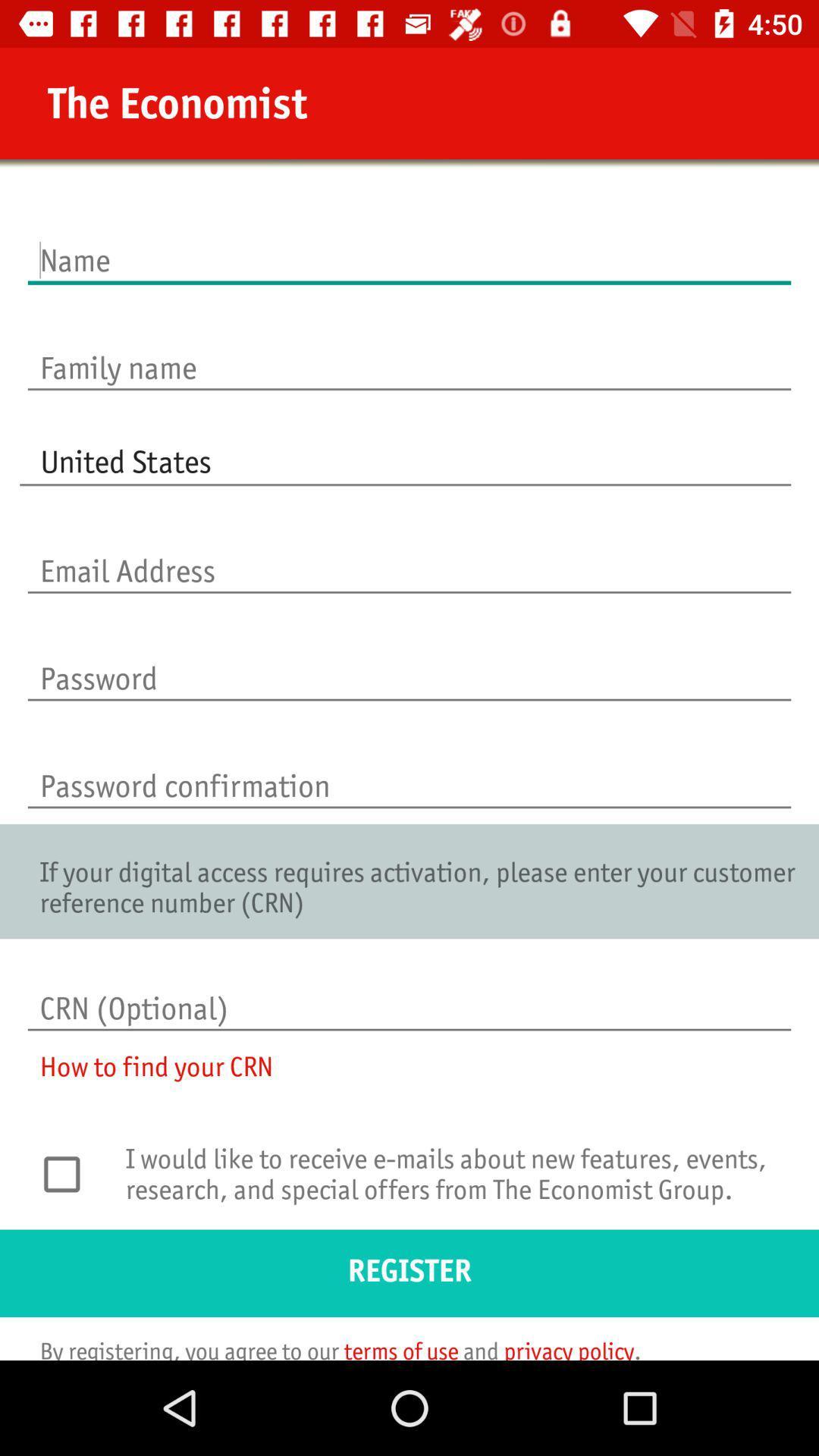 The image size is (819, 1456). What do you see at coordinates (329, 1348) in the screenshot?
I see `the by registering you item` at bounding box center [329, 1348].